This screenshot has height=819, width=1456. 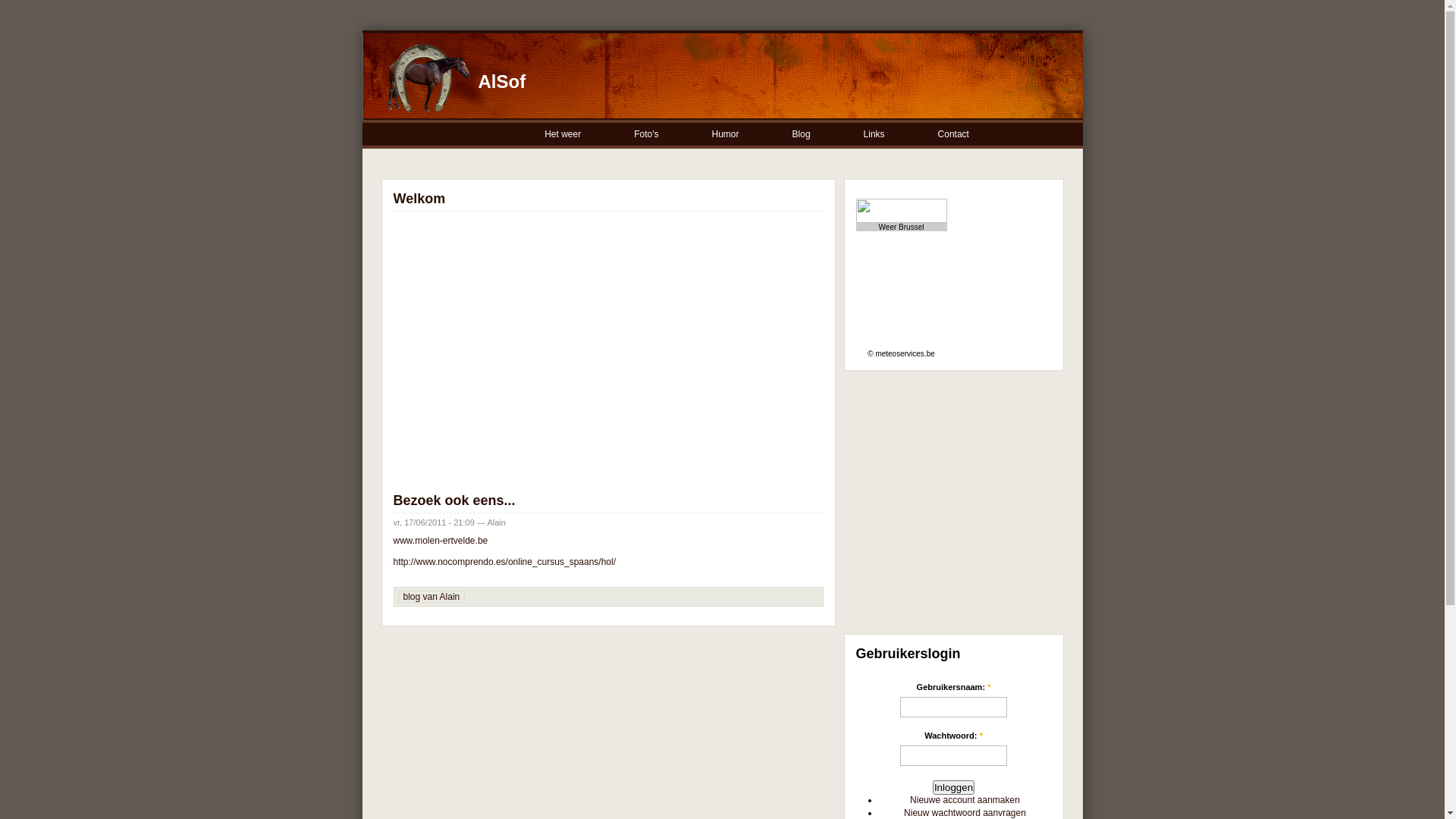 I want to click on 'Het weer', so click(x=563, y=133).